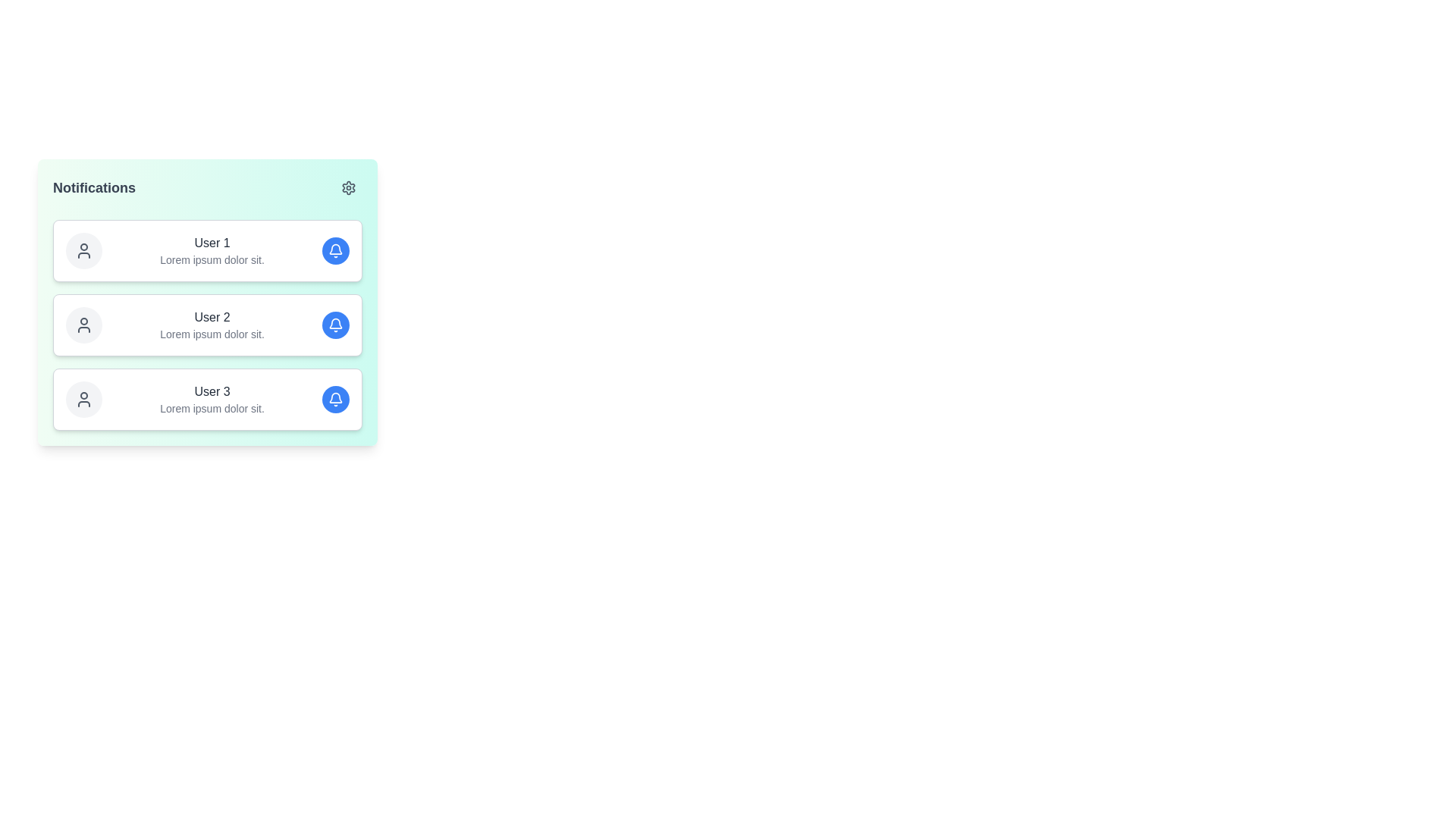  What do you see at coordinates (211, 324) in the screenshot?
I see `the text display element that shows 'User 2' and 'Lorem ipsum dolor sit.' which is styled with medium font weight and dark gray color, located in the second slot of a notification card list` at bounding box center [211, 324].